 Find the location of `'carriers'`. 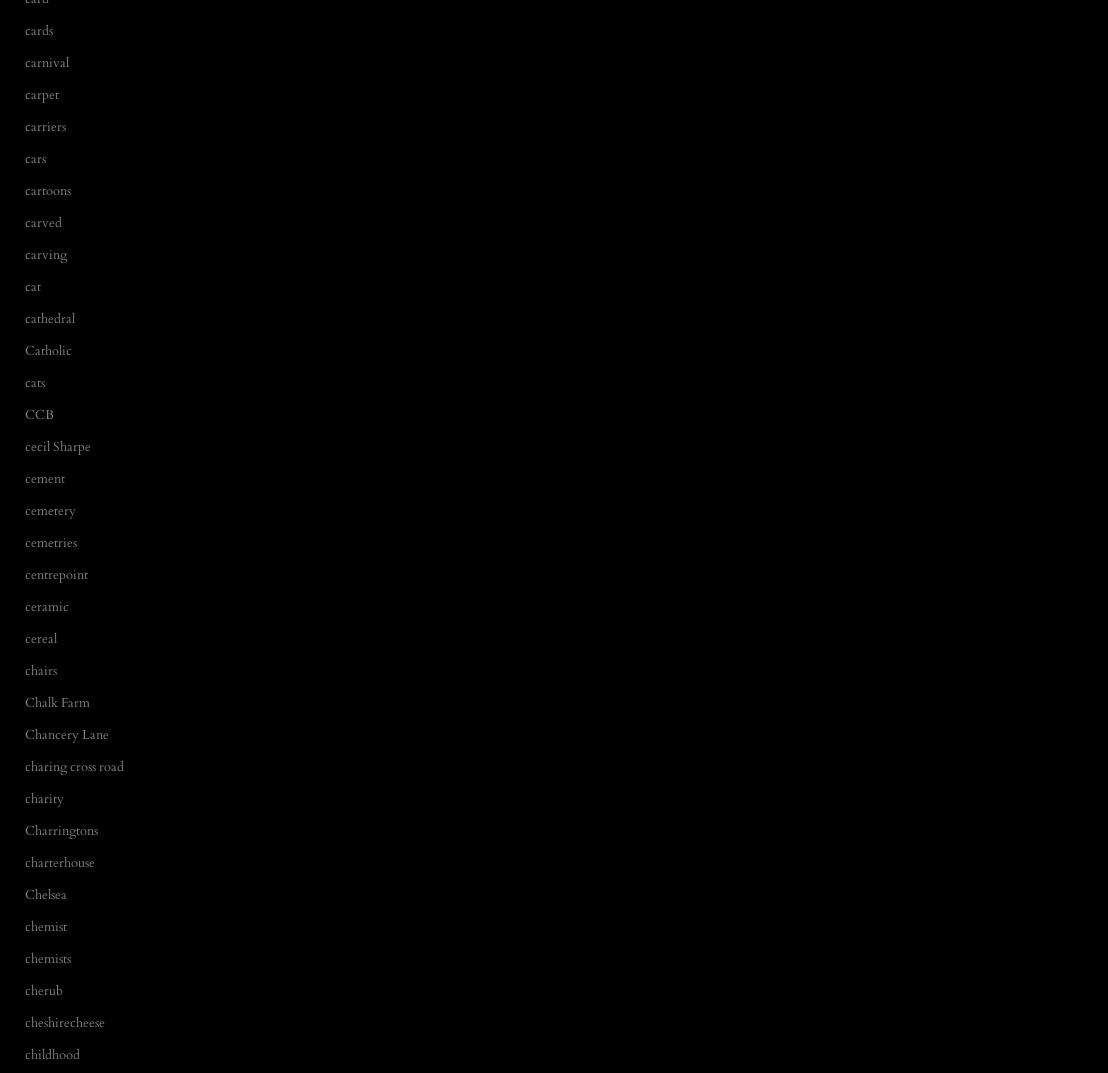

'carriers' is located at coordinates (45, 124).